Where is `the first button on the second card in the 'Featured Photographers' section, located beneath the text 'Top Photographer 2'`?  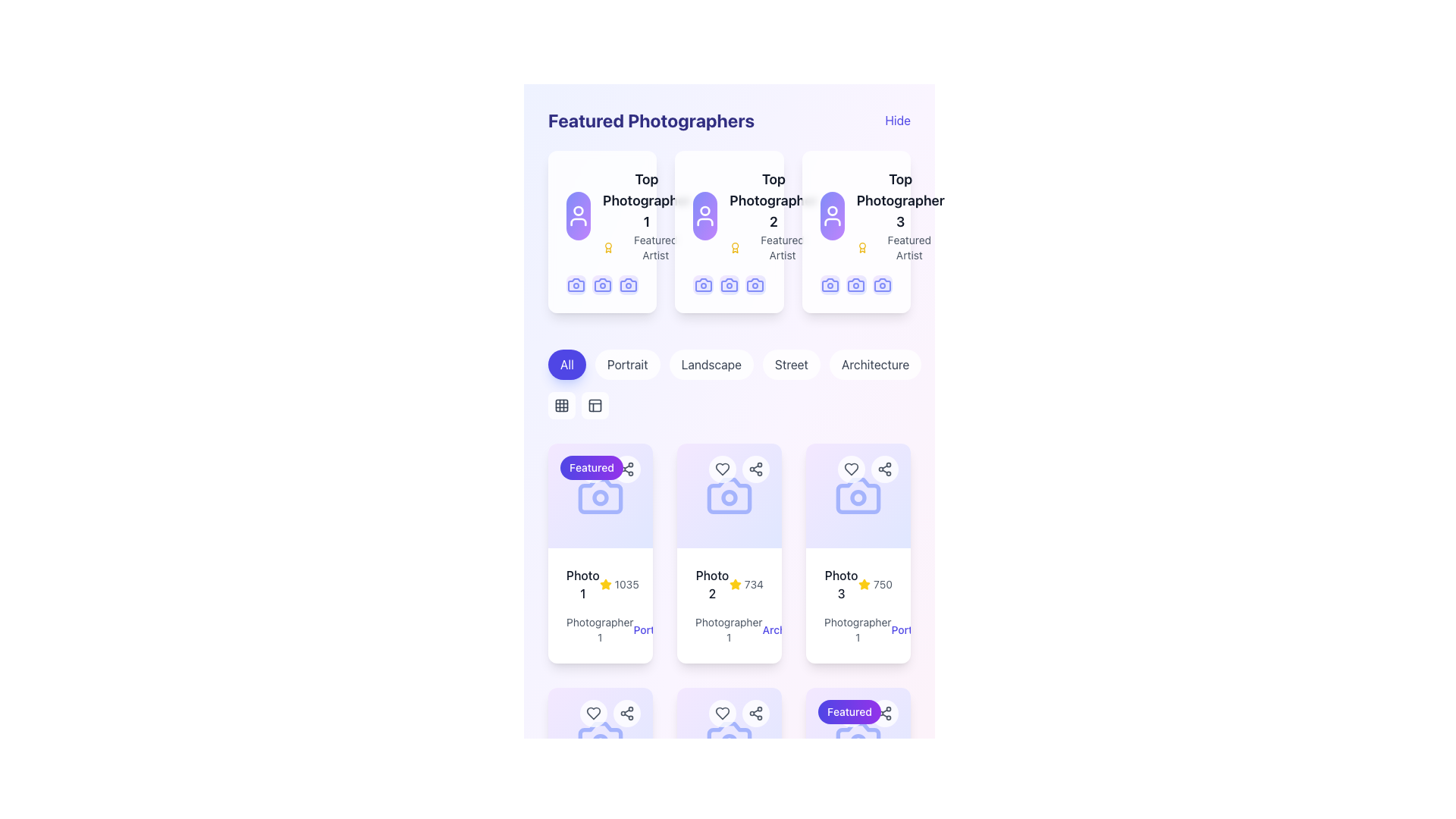 the first button on the second card in the 'Featured Photographers' section, located beneath the text 'Top Photographer 2' is located at coordinates (702, 285).